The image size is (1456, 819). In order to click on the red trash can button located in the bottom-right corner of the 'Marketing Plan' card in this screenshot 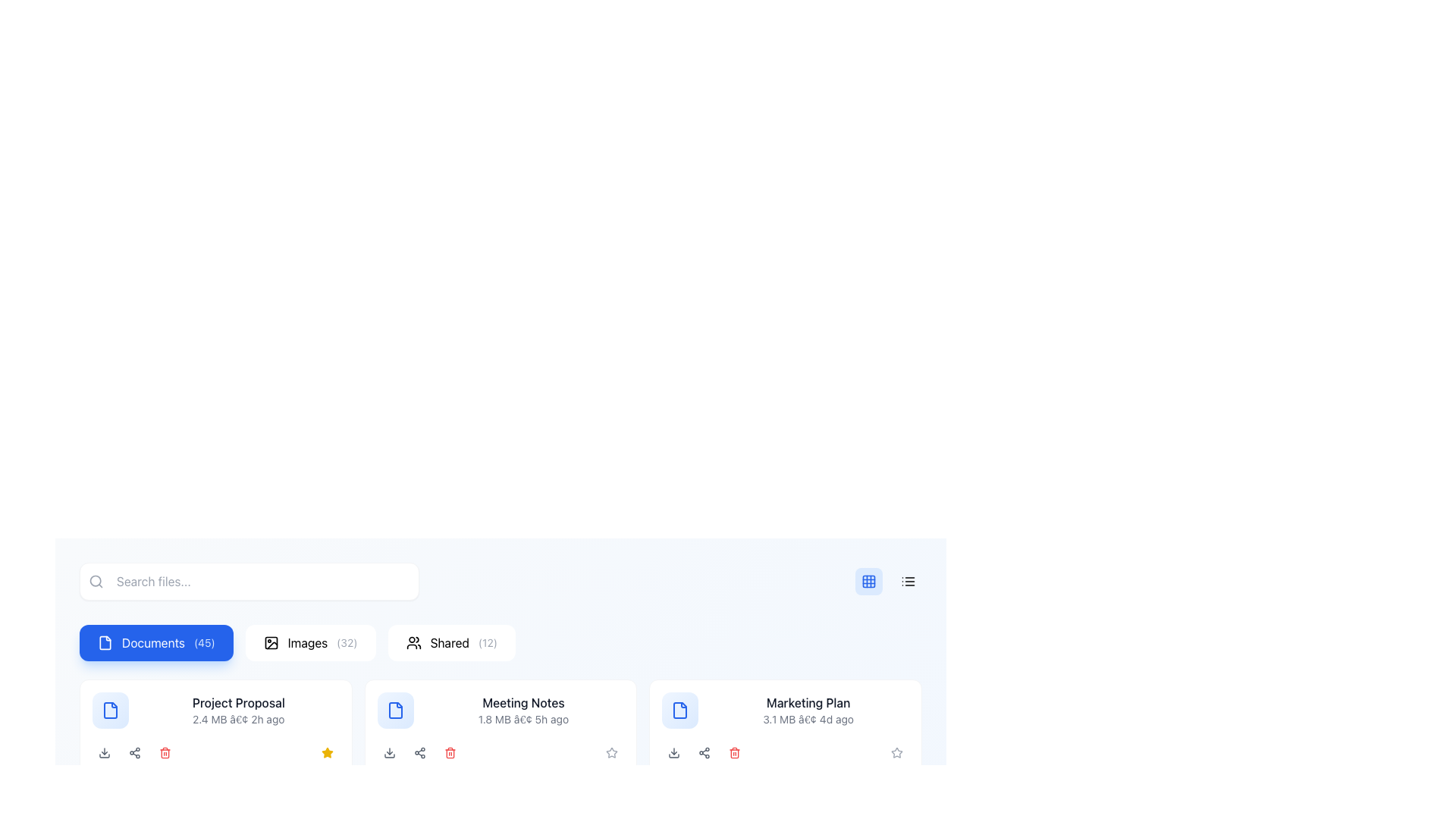, I will do `click(735, 752)`.